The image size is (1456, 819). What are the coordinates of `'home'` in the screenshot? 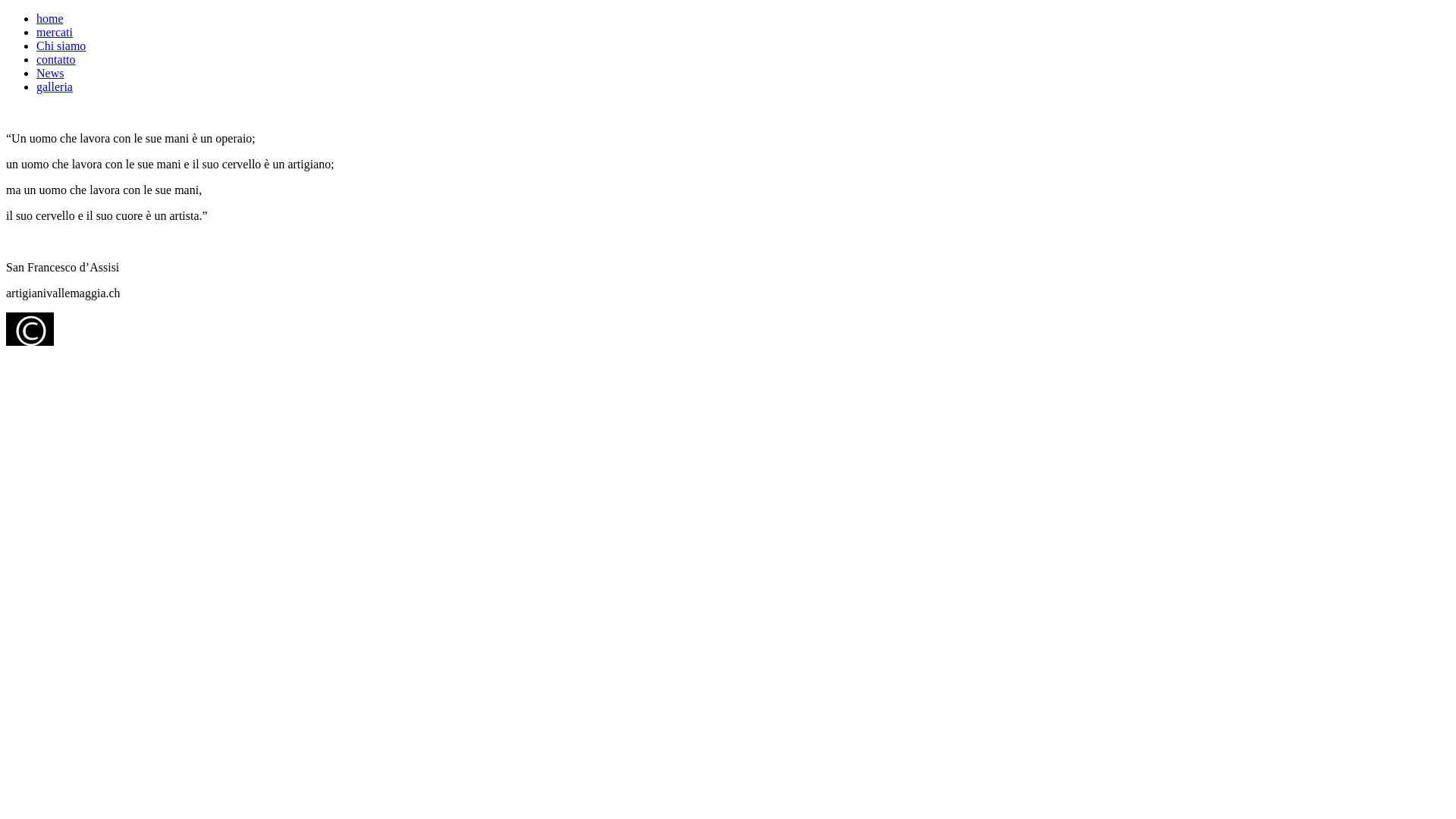 It's located at (36, 18).